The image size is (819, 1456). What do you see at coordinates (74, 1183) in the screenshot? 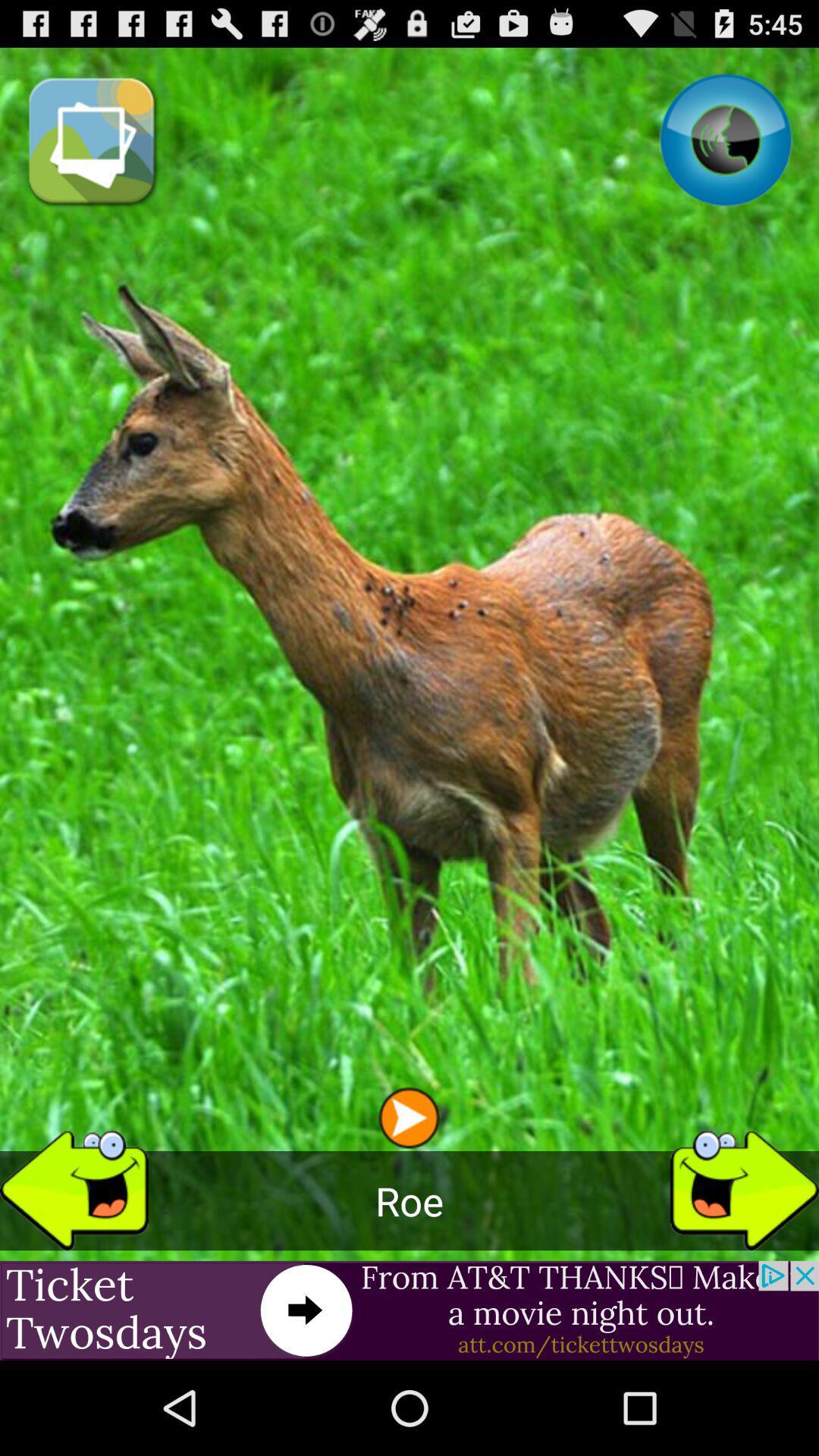
I see `item at the bottom left corner` at bounding box center [74, 1183].